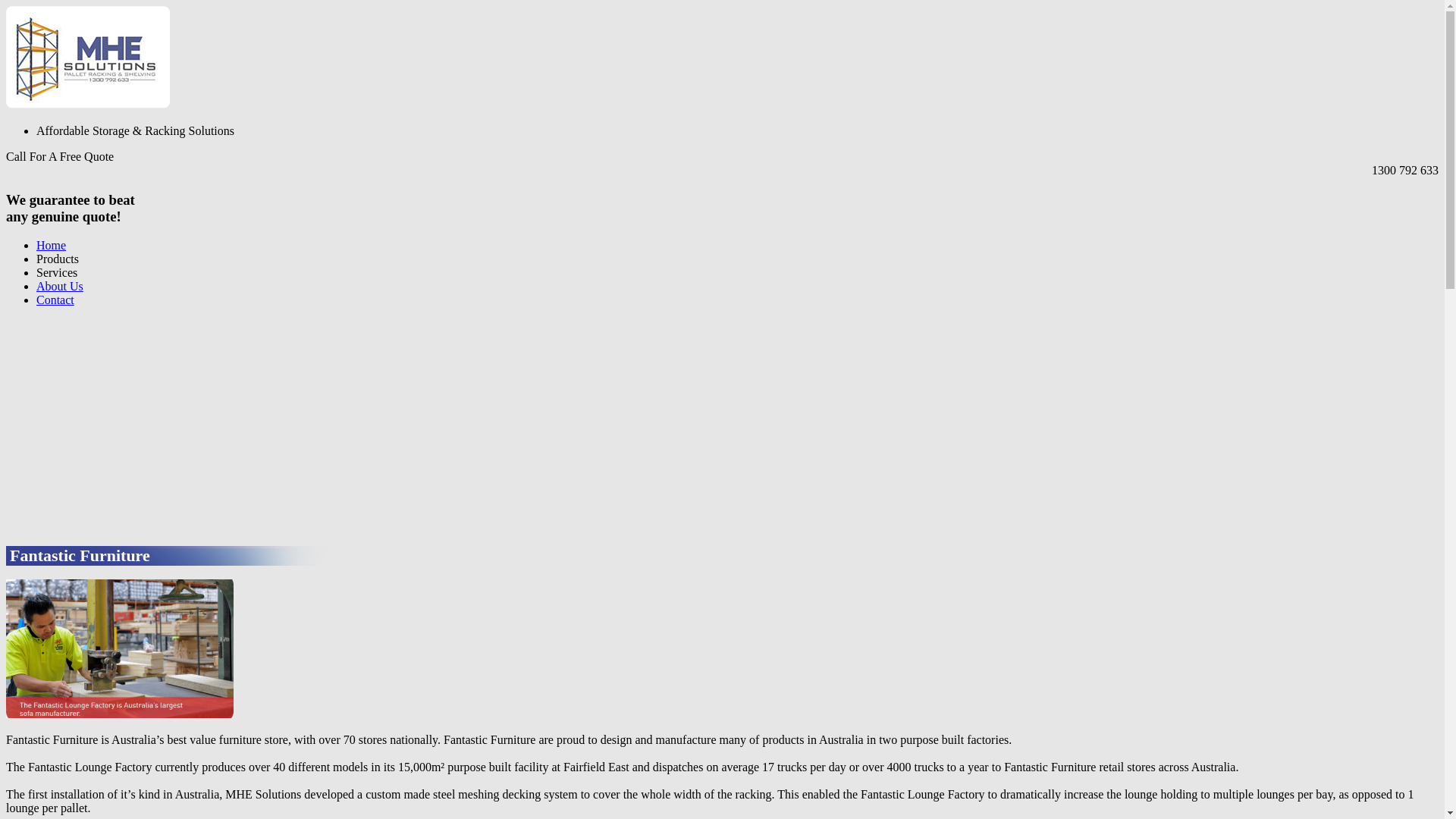 The width and height of the screenshot is (1456, 819). Describe the element at coordinates (51, 244) in the screenshot. I see `'Home'` at that location.